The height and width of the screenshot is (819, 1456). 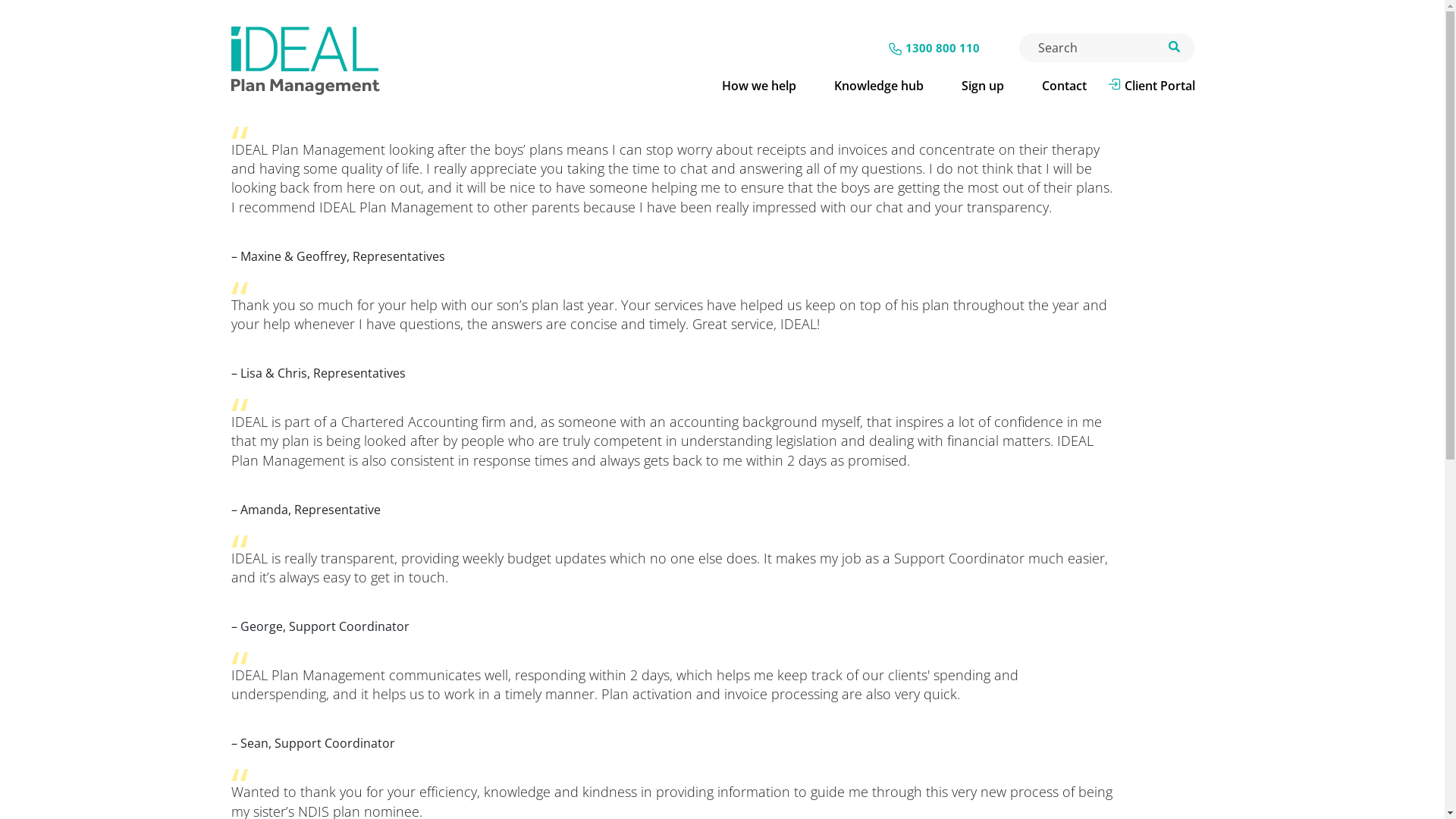 I want to click on 'Enter the terms you wish to search for.', so click(x=1106, y=46).